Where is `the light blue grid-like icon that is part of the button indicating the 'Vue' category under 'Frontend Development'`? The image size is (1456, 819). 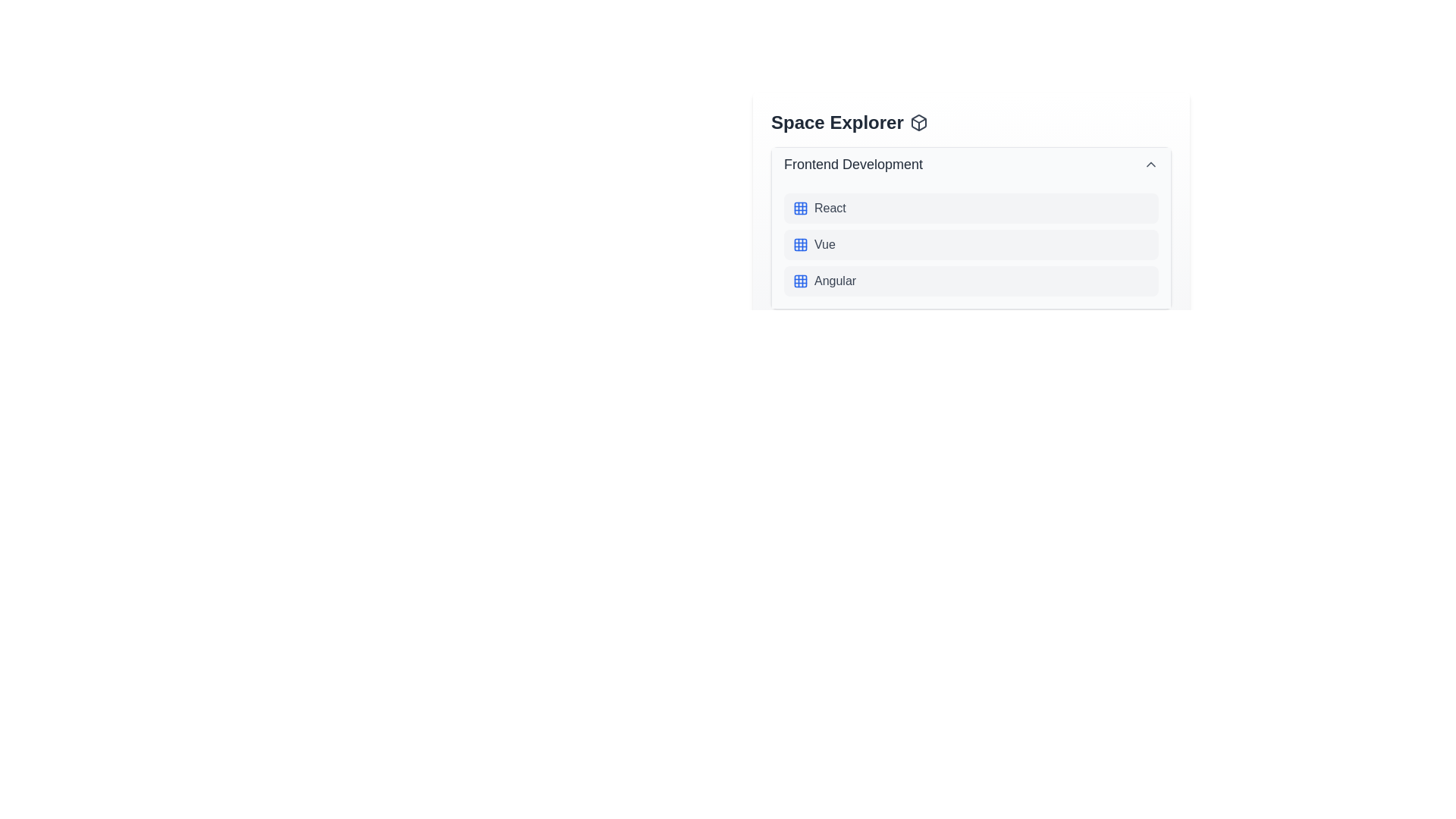 the light blue grid-like icon that is part of the button indicating the 'Vue' category under 'Frontend Development' is located at coordinates (800, 244).